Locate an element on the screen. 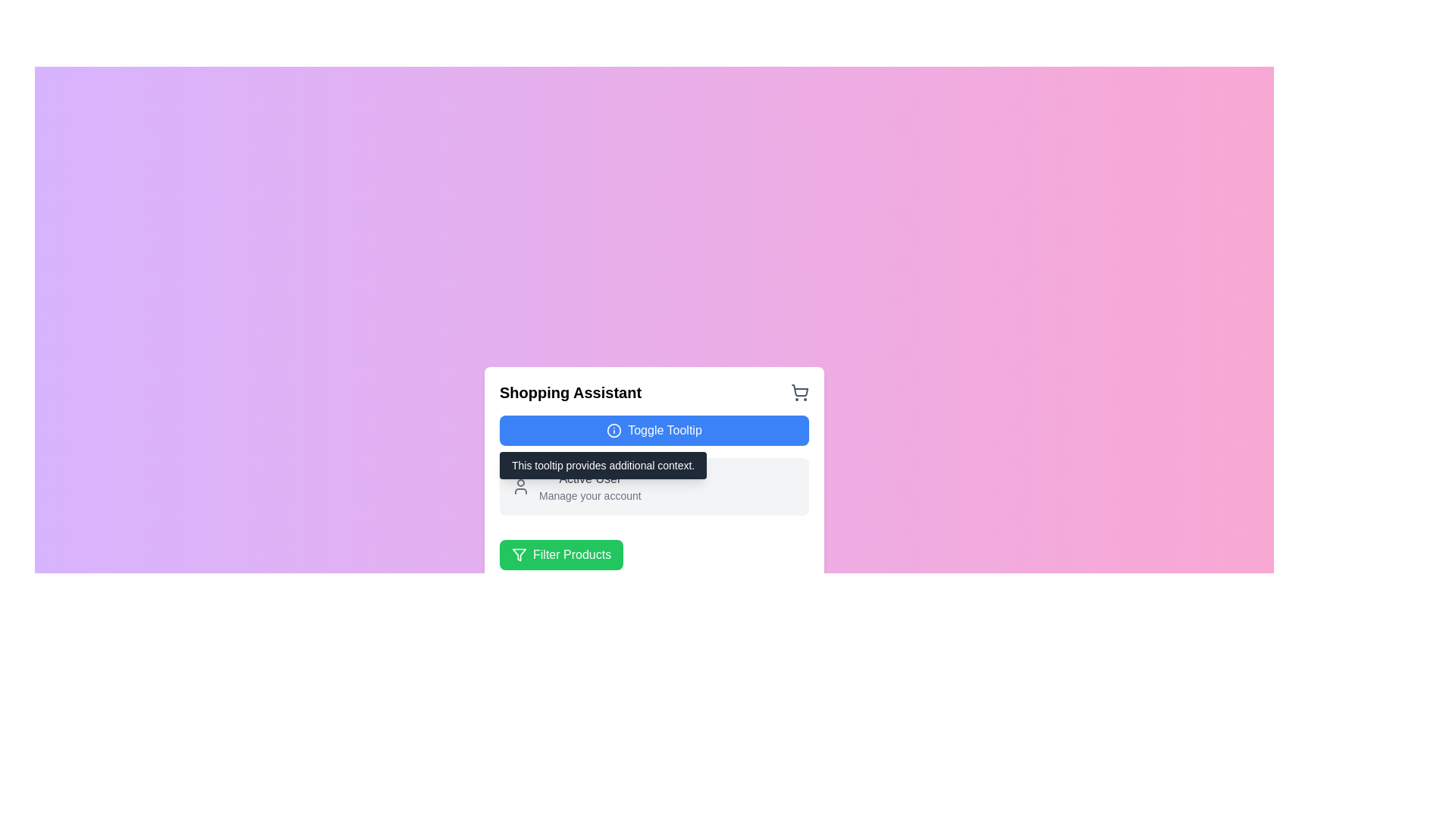 This screenshot has height=819, width=1456. the small filter icon with a triangular funnel-like design, which is located to the left of the 'Filter Products' button on the lower part of the interface is located at coordinates (519, 555).